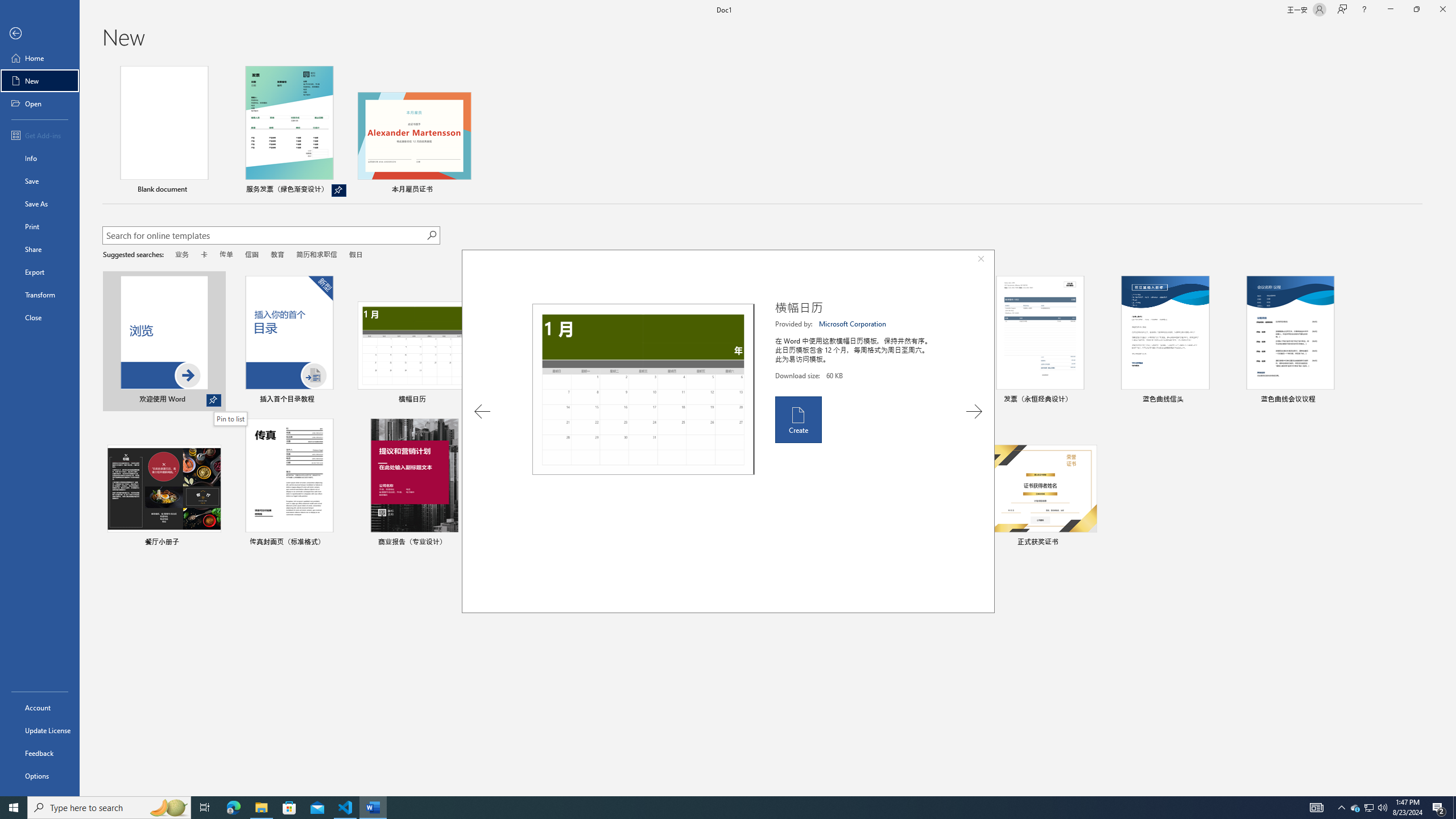 This screenshot has height=819, width=1456. What do you see at coordinates (39, 294) in the screenshot?
I see `'Transform'` at bounding box center [39, 294].